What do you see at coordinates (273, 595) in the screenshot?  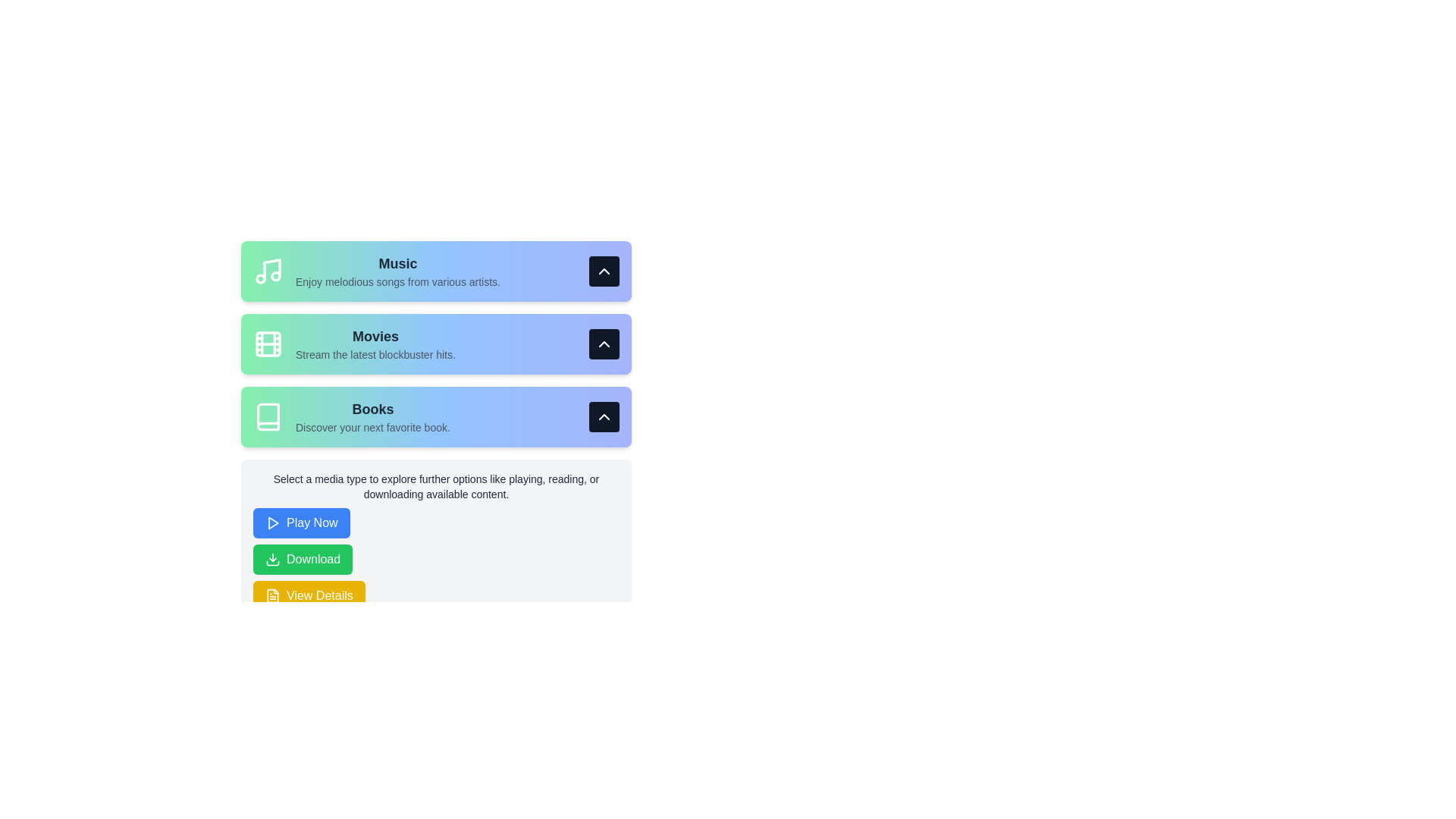 I see `the small document icon located to the left of the 'View Details' button, which resembles a file with lines symbolizing text` at bounding box center [273, 595].